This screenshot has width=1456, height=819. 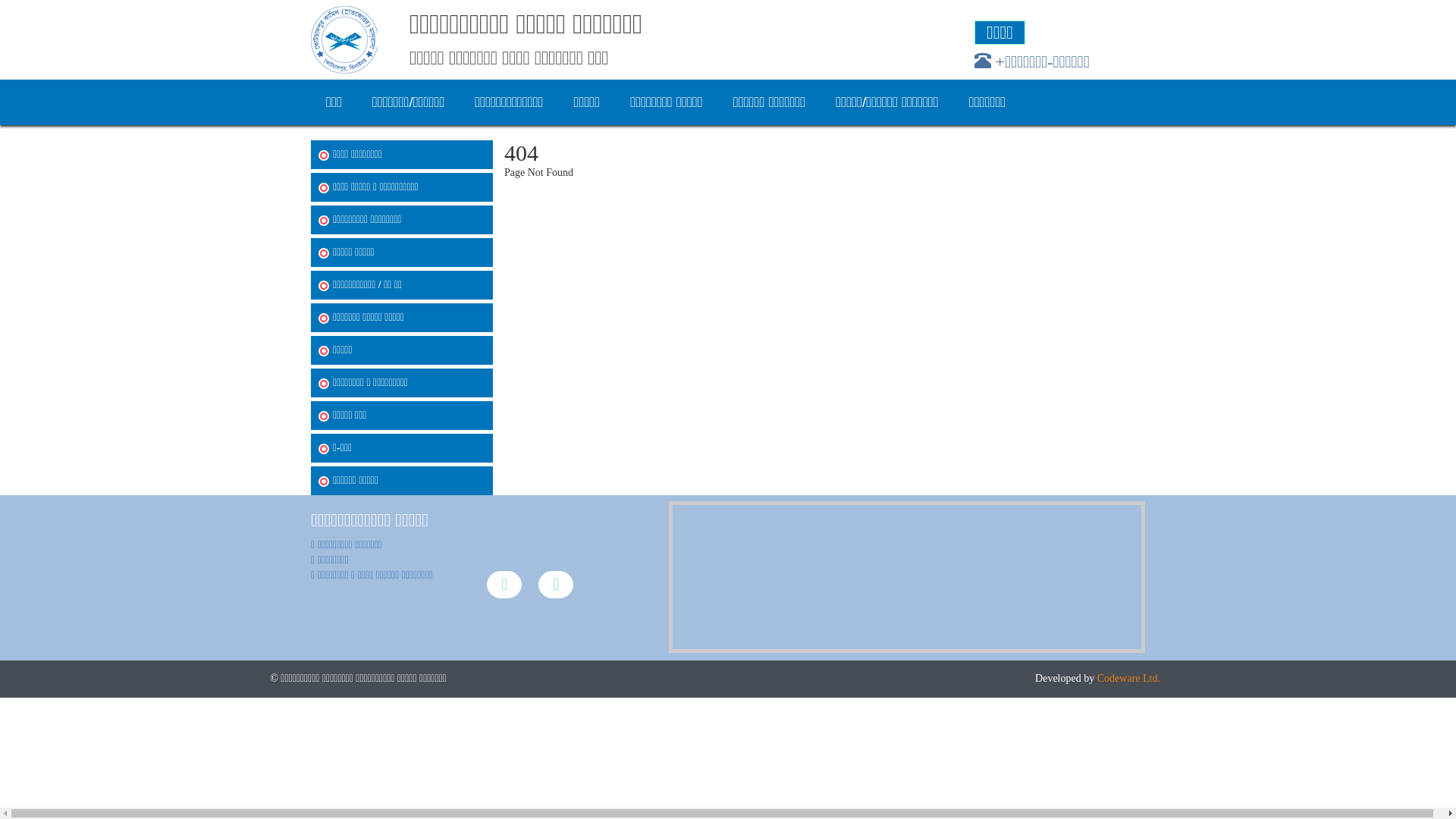 What do you see at coordinates (1128, 677) in the screenshot?
I see `'Codeware Ltd.'` at bounding box center [1128, 677].